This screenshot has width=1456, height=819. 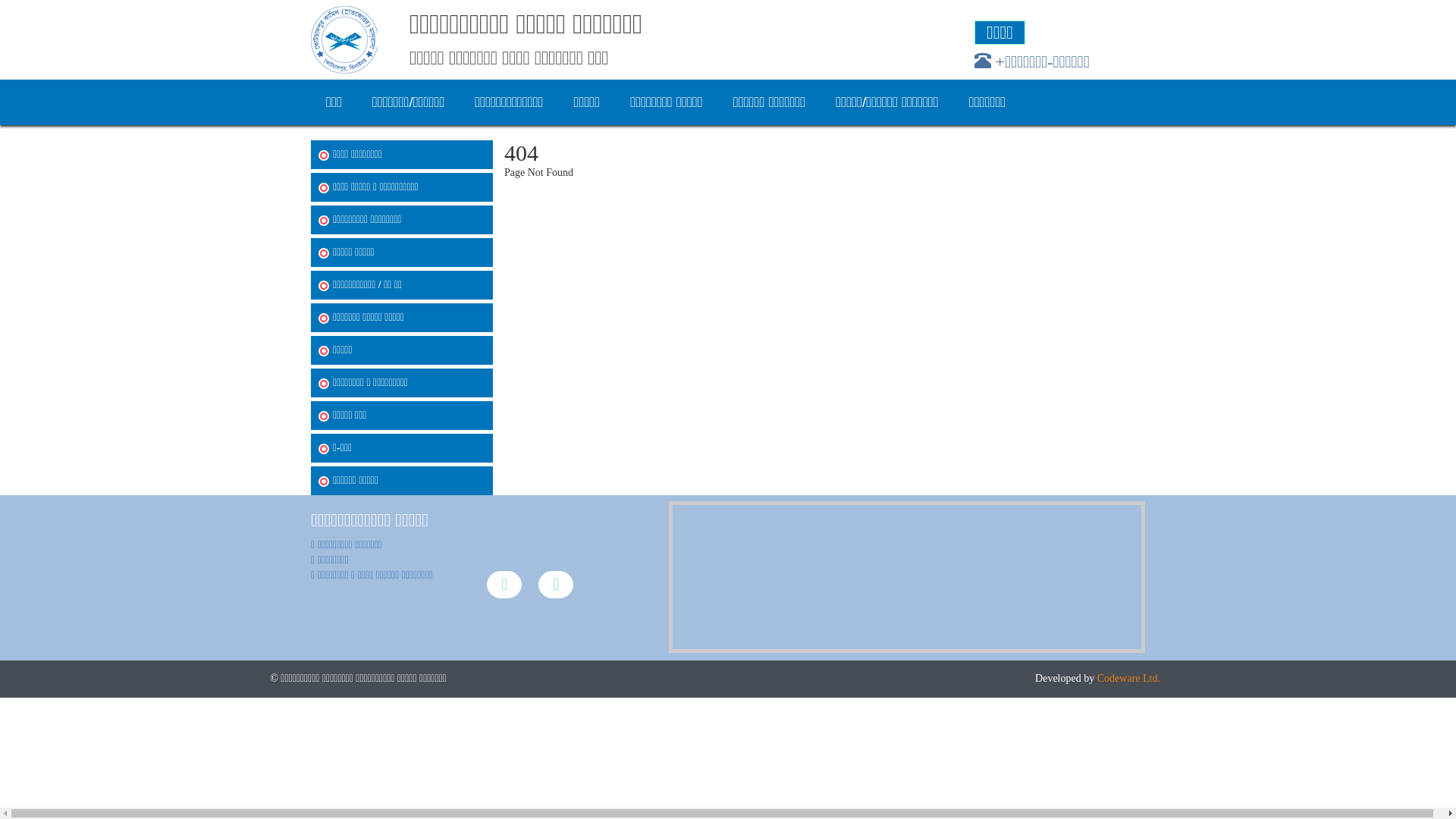 What do you see at coordinates (1128, 677) in the screenshot?
I see `'Codeware Ltd.'` at bounding box center [1128, 677].